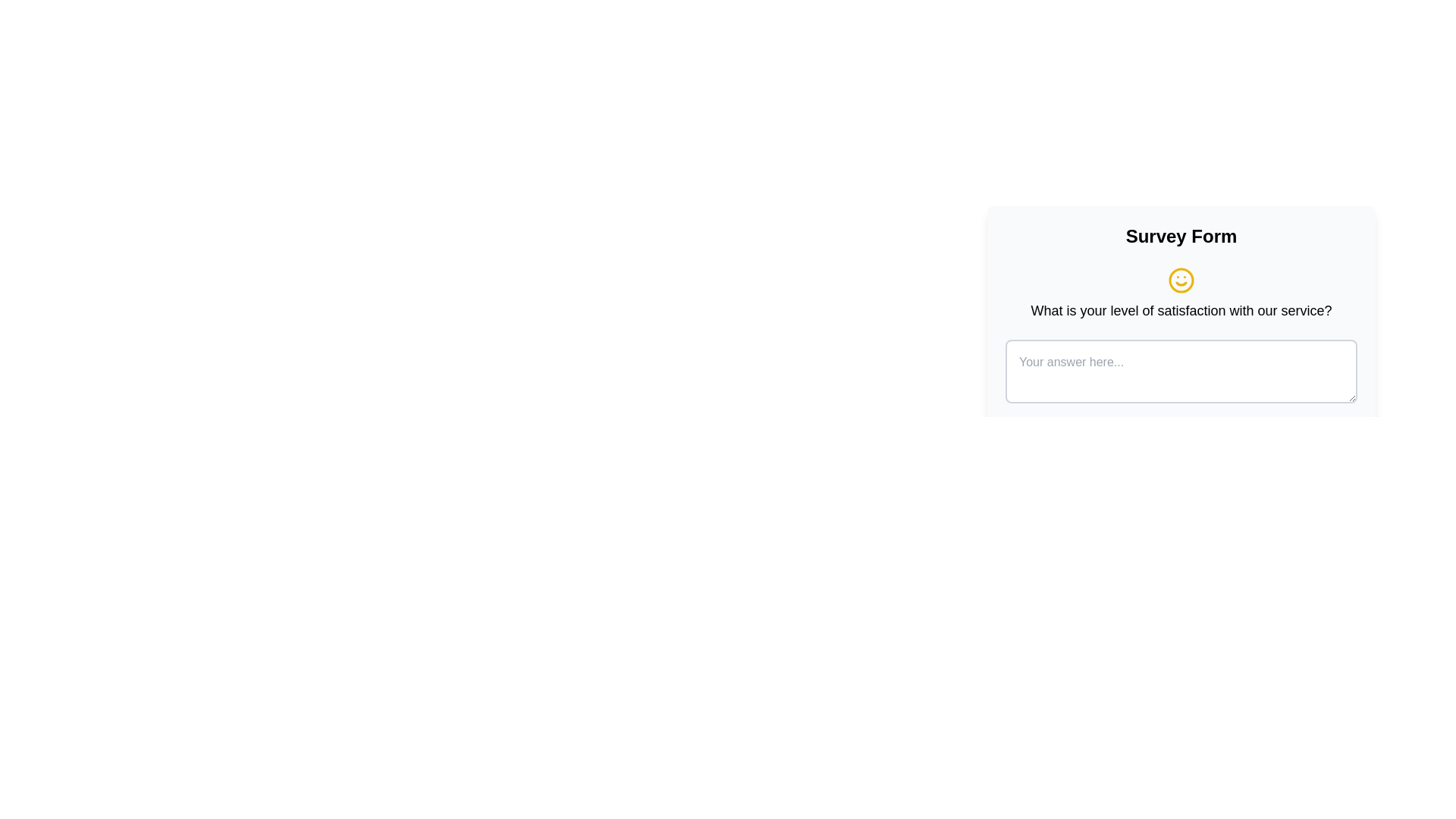  I want to click on the answer field and type the desired text, so click(1181, 371).